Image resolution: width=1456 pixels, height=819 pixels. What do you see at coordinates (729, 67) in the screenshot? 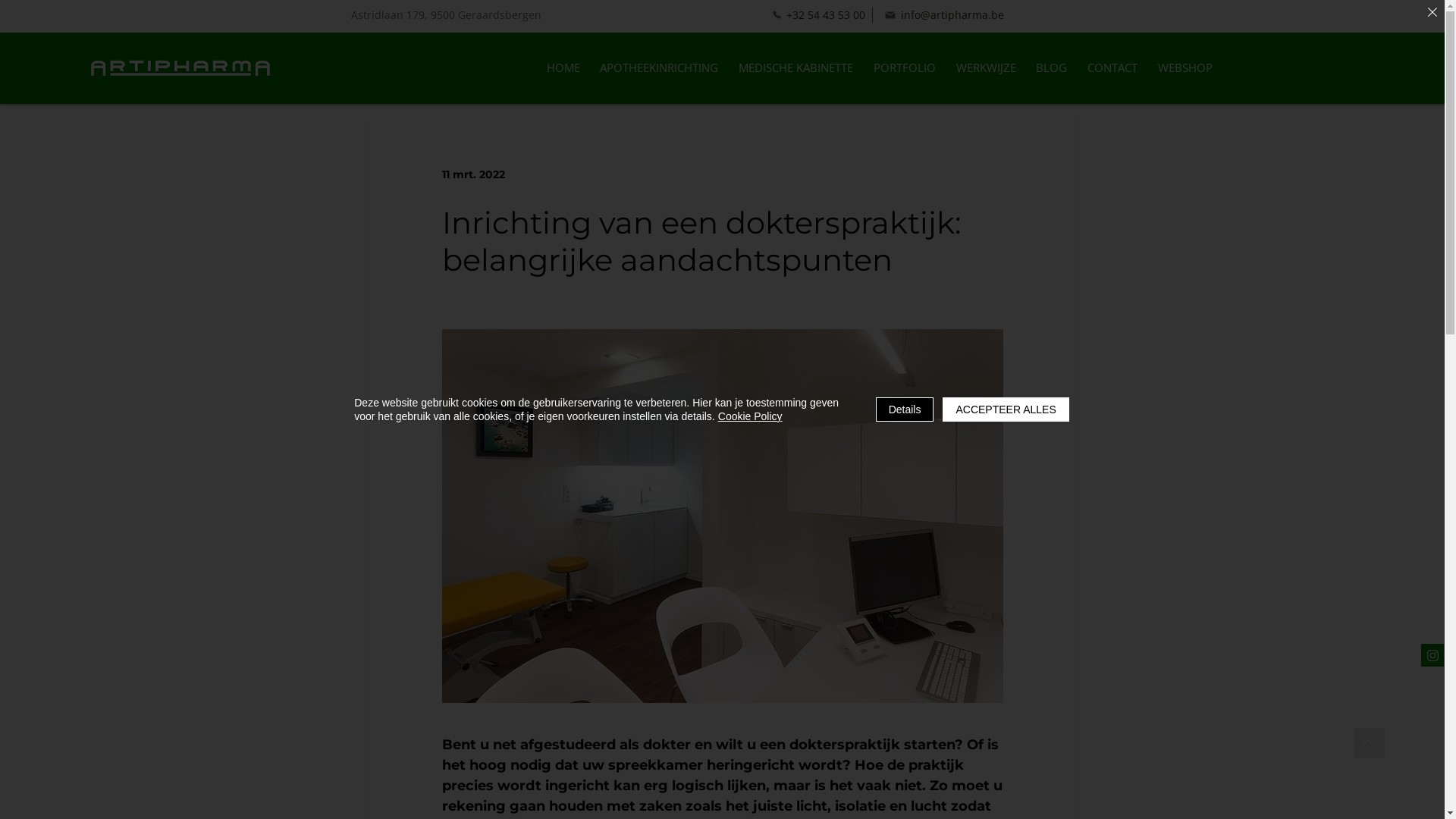
I see `'MEDISCHE KABINETTE'` at bounding box center [729, 67].